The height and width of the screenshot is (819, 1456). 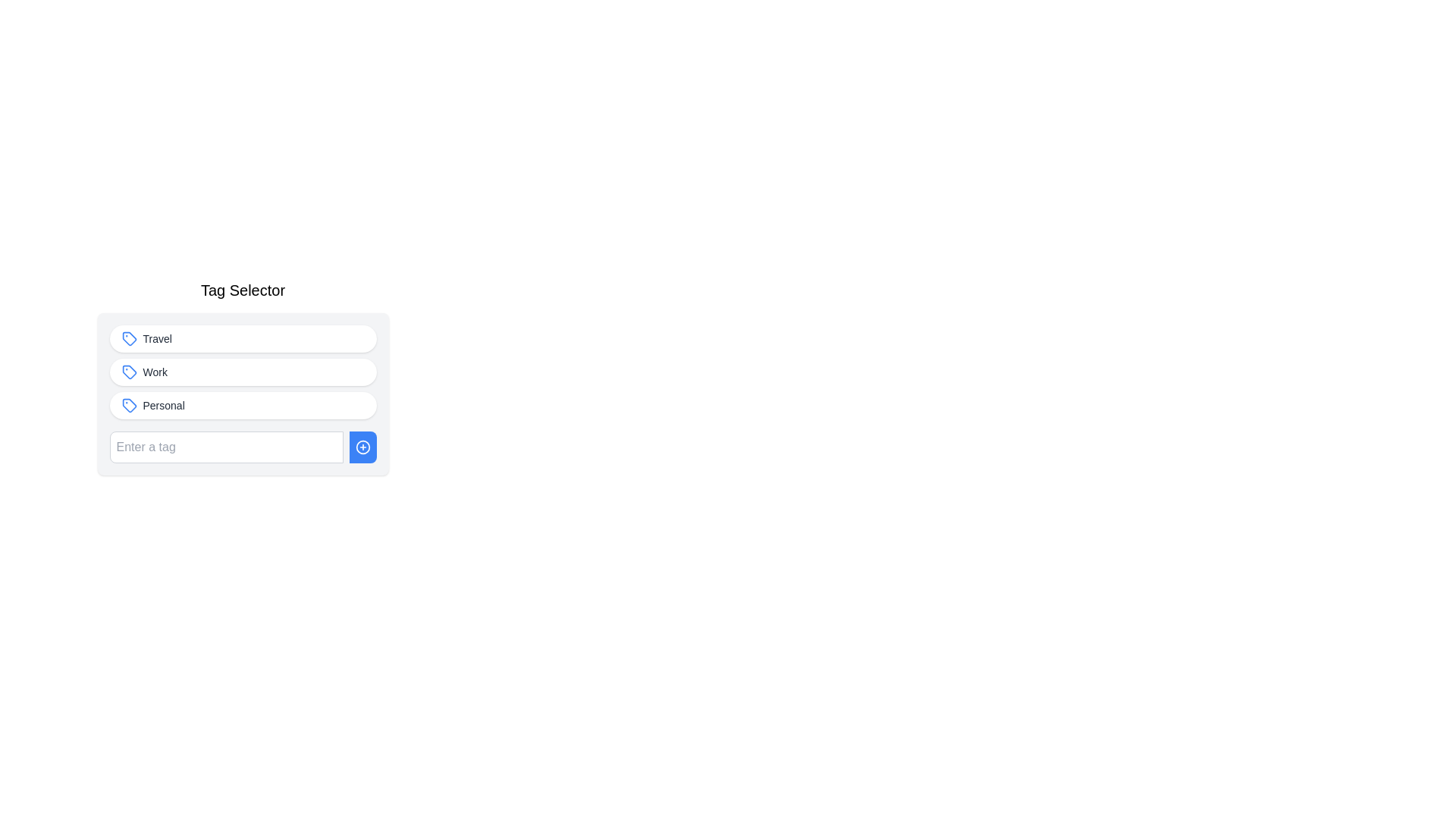 What do you see at coordinates (362, 447) in the screenshot?
I see `the 'Add' button located at the far-right end of the input group` at bounding box center [362, 447].